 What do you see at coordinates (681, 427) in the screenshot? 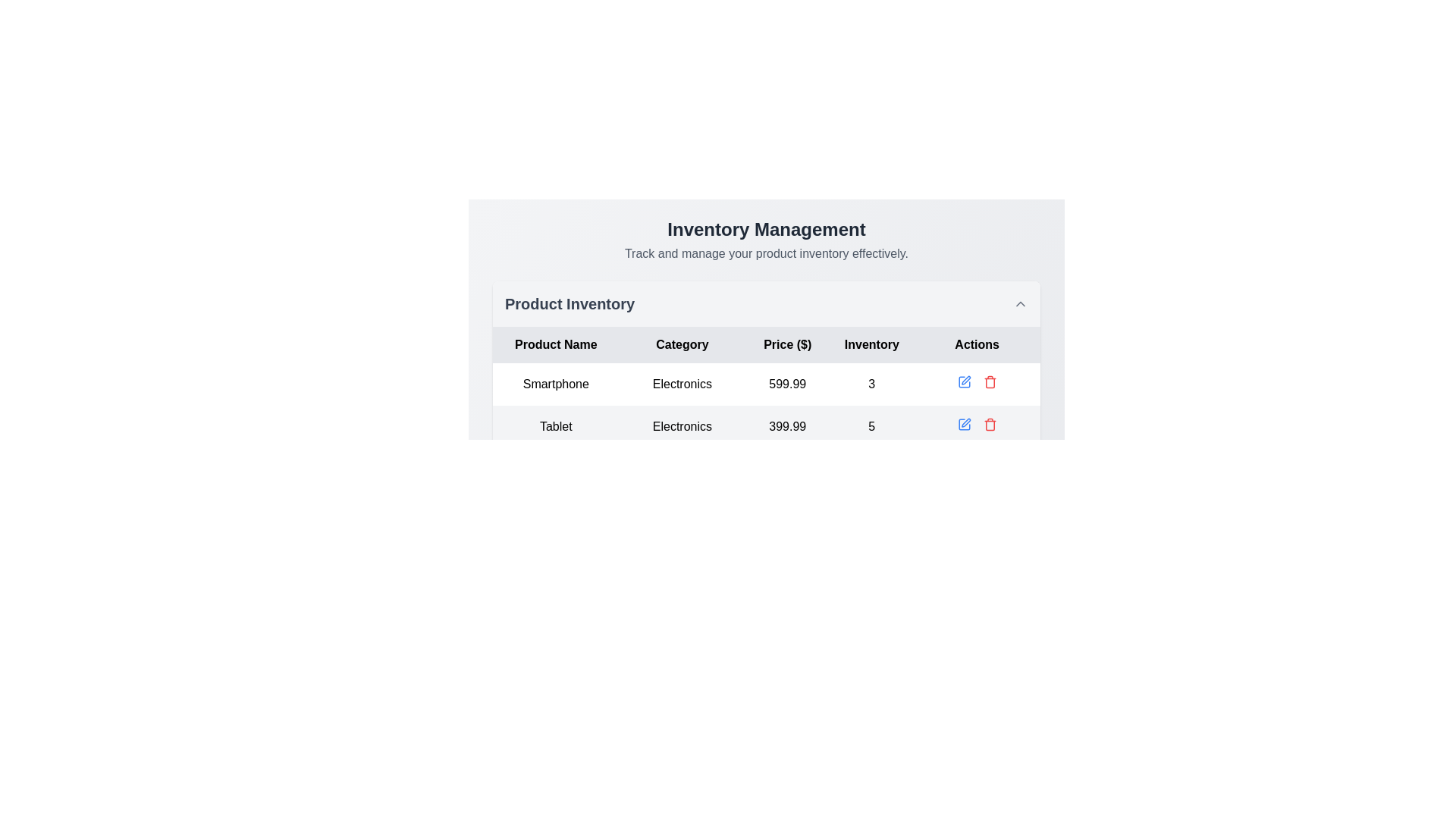
I see `the 'Electronics' text label located in the 'Category' column of the 'Product Inventory' section, which is positioned in the second row and second column of the table` at bounding box center [681, 427].